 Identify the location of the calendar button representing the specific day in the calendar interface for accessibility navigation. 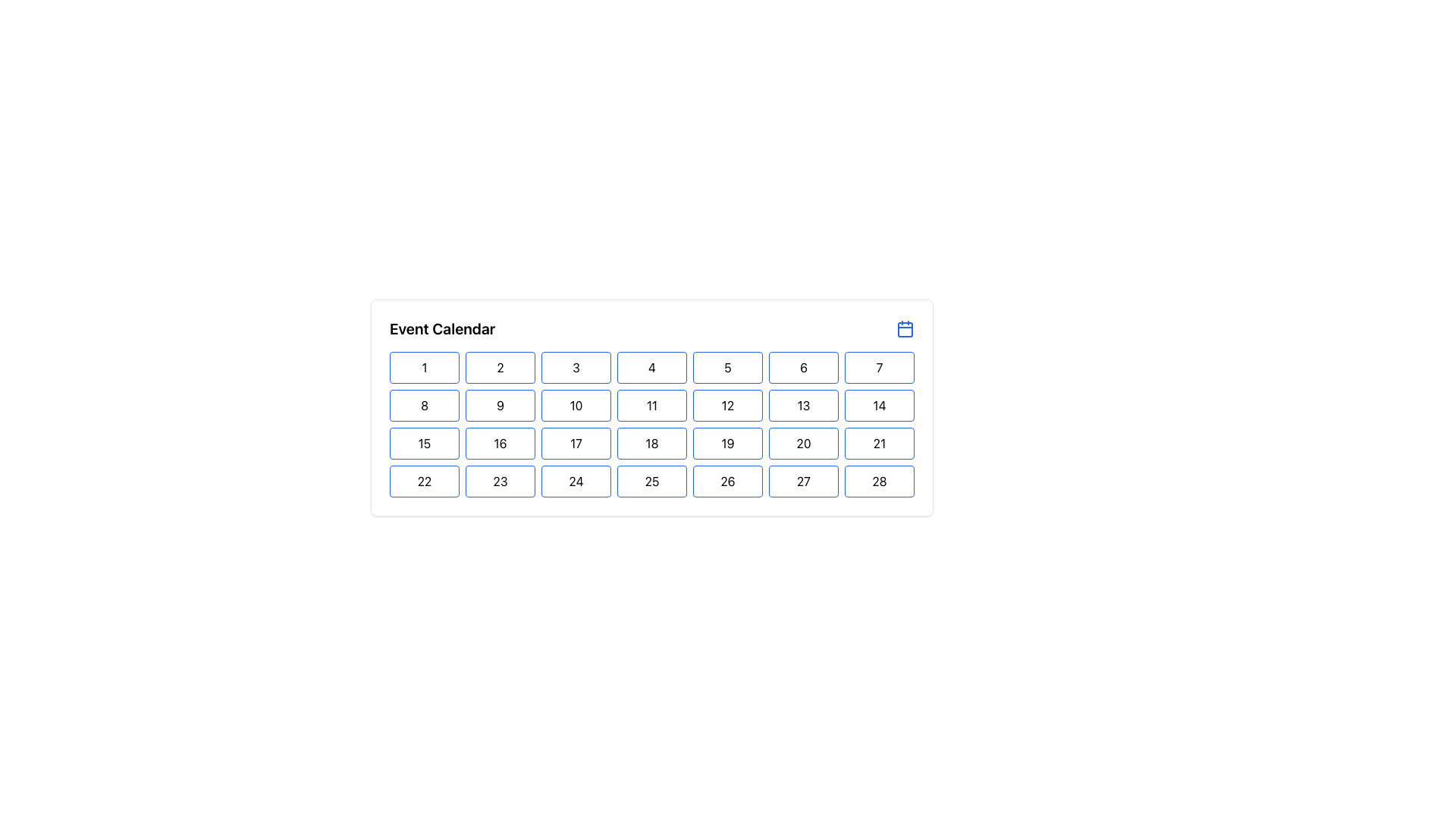
(651, 444).